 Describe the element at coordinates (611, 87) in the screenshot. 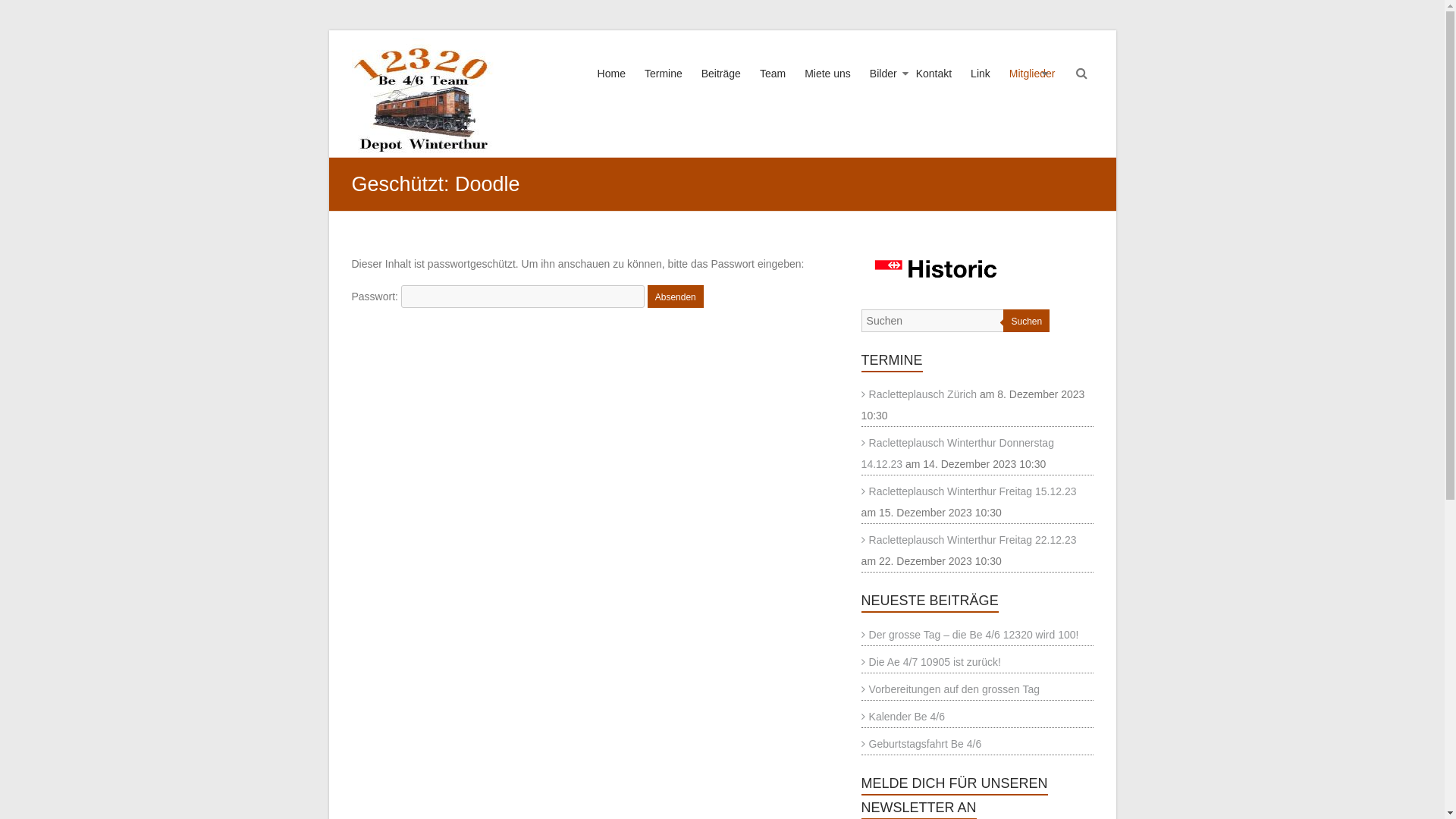

I see `'Home'` at that location.